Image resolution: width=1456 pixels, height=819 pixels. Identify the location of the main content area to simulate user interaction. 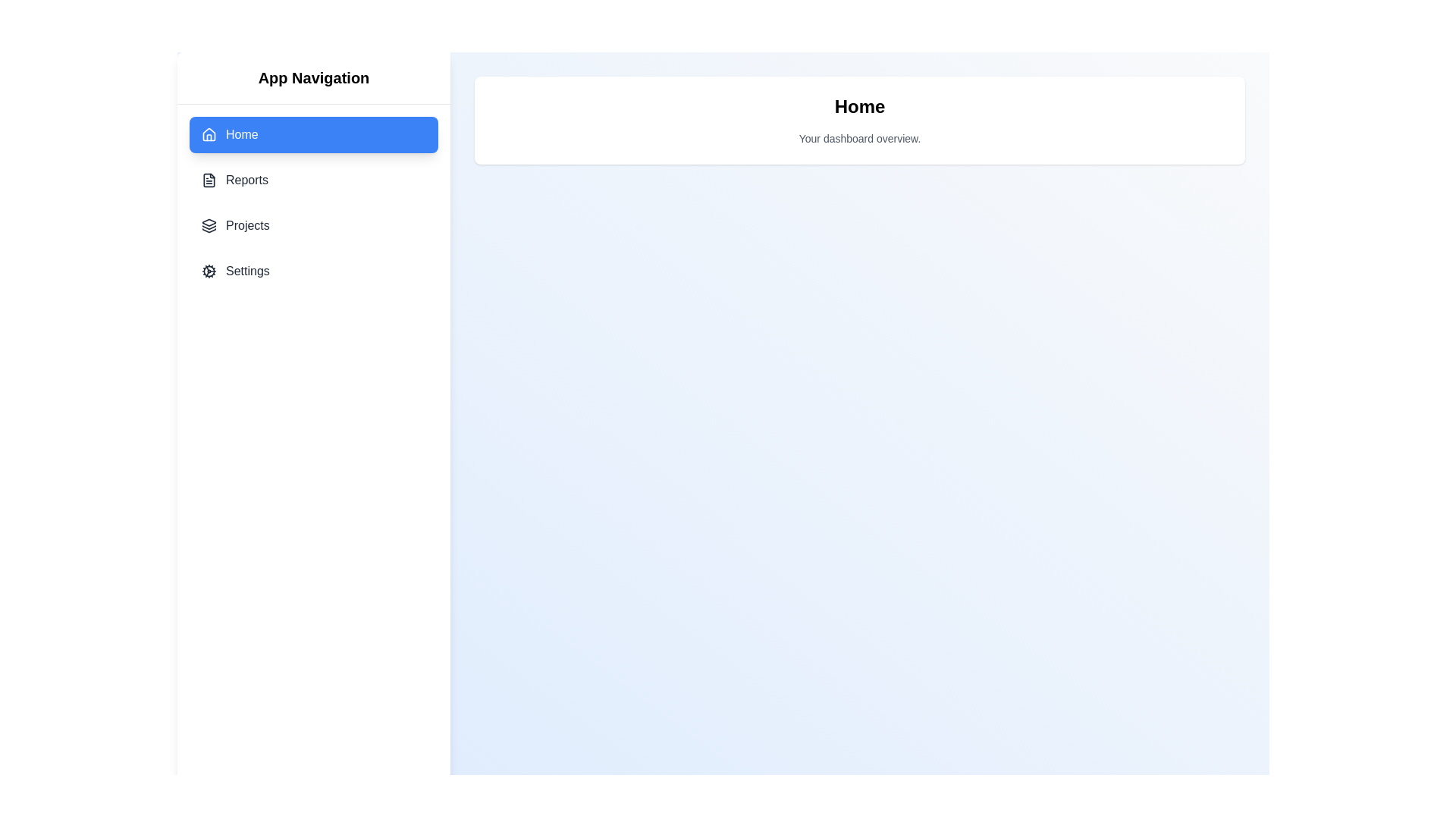
(859, 461).